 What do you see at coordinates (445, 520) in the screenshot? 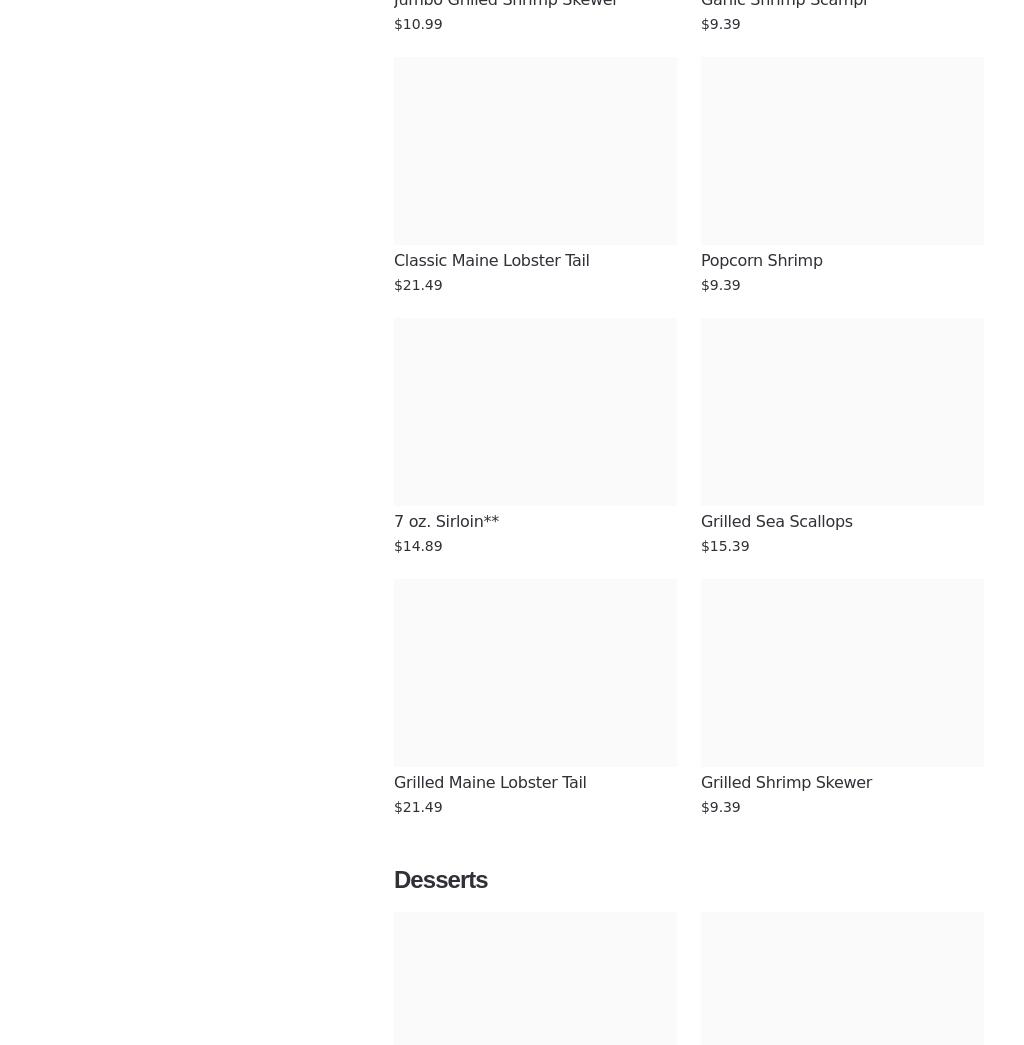
I see `'7 oz. Sirloin**'` at bounding box center [445, 520].